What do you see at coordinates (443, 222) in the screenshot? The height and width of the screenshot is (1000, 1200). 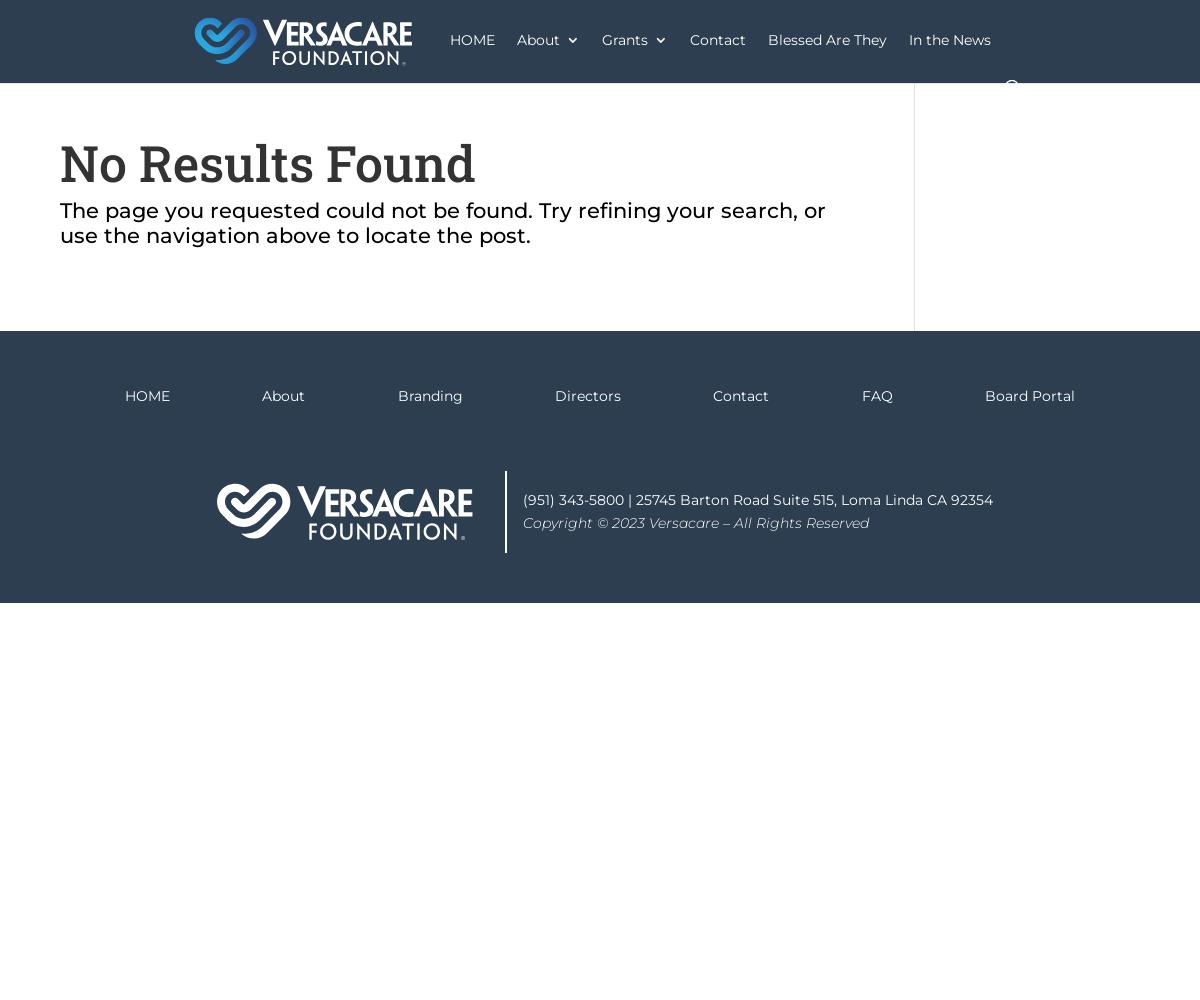 I see `'The page you requested could not be found. Try refining your search, or use the navigation above to locate the post.'` at bounding box center [443, 222].